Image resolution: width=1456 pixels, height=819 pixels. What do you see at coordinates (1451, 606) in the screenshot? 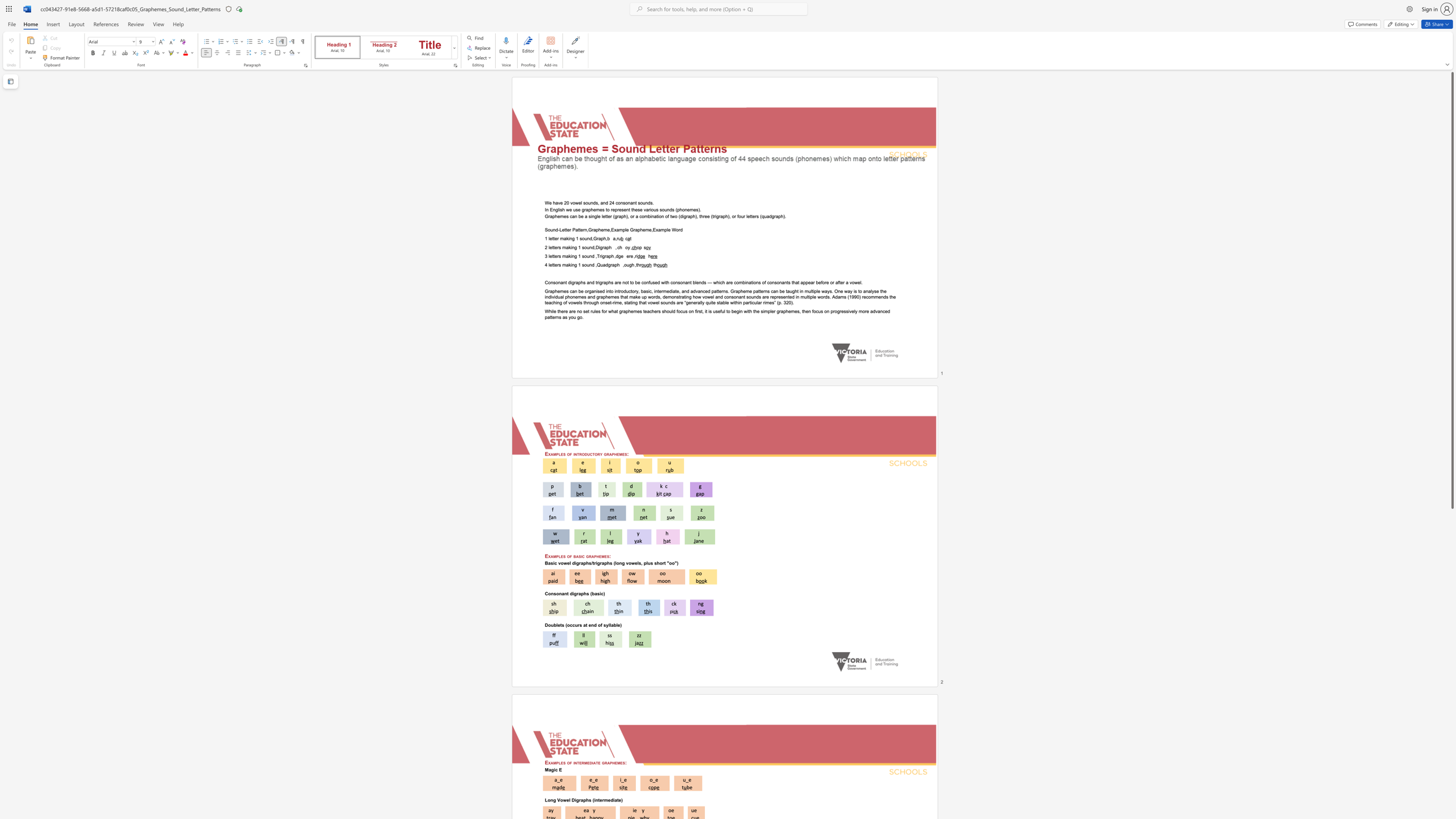
I see `the scrollbar to move the content lower` at bounding box center [1451, 606].